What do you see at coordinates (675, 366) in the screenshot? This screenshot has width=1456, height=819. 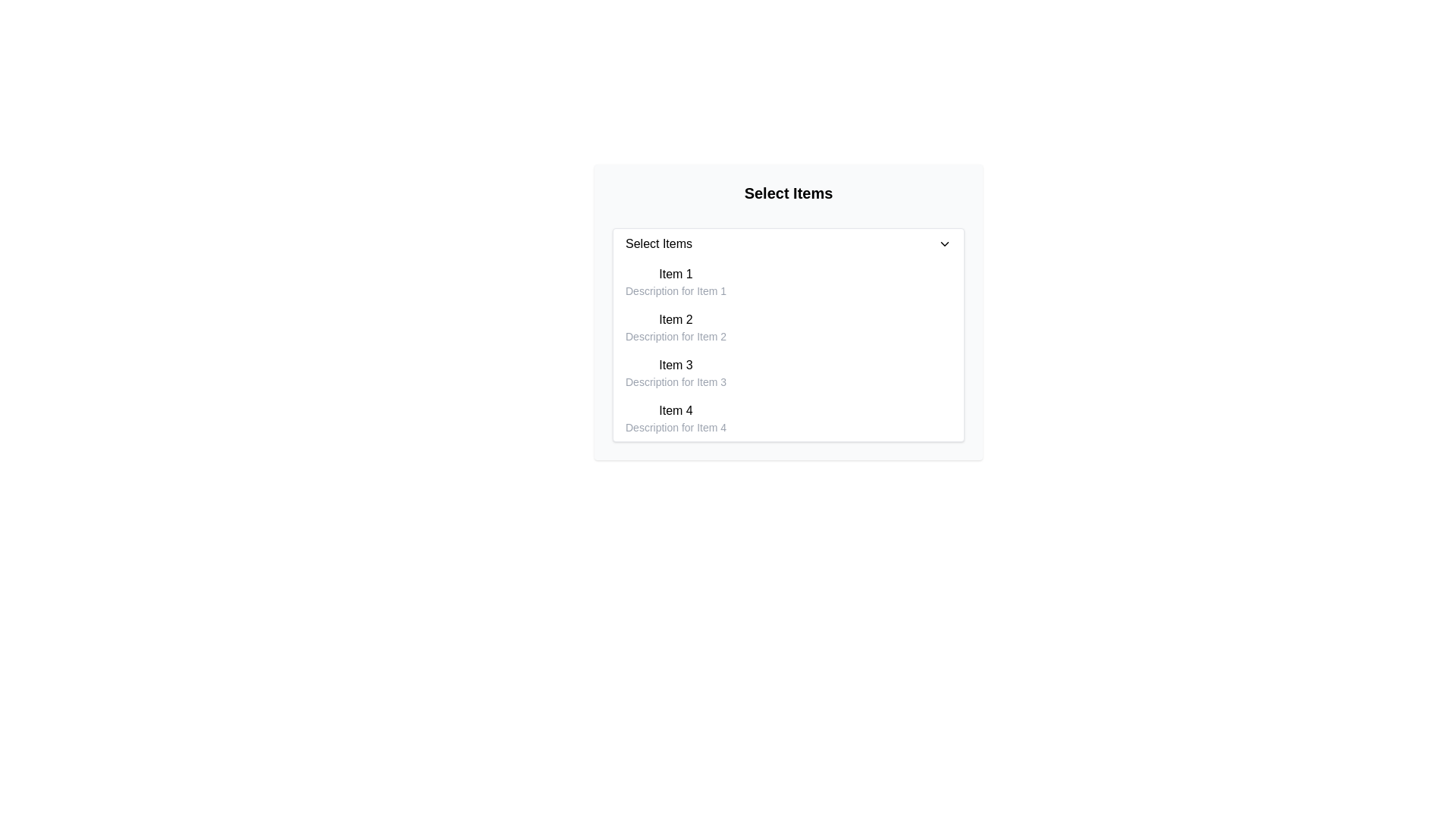 I see `the text label displaying 'Item 3', which is positioned above the description text for 'Item 3'` at bounding box center [675, 366].